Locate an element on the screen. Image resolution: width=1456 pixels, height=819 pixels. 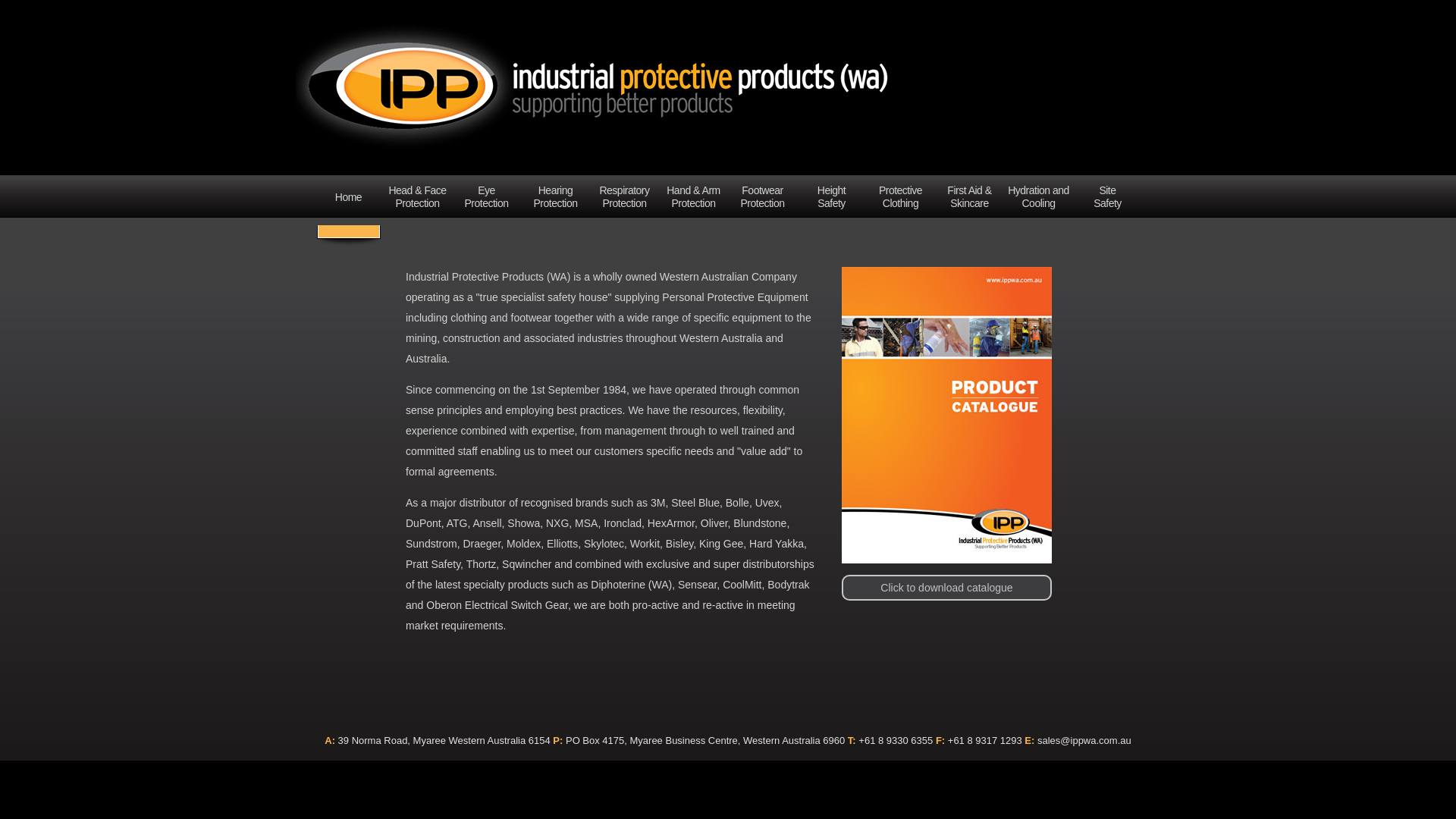
'Respiratory Protection' is located at coordinates (624, 196).